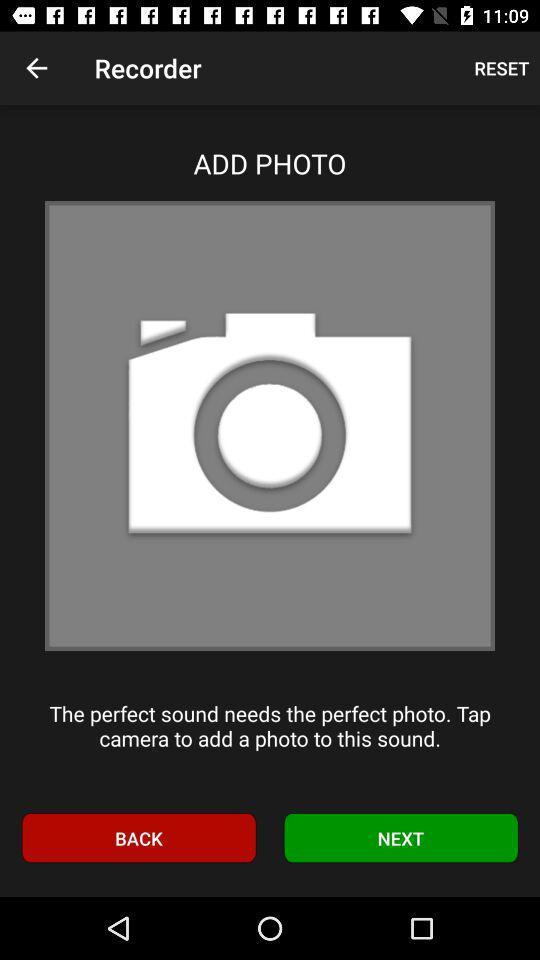 The width and height of the screenshot is (540, 960). What do you see at coordinates (401, 838) in the screenshot?
I see `the item next to the back item` at bounding box center [401, 838].